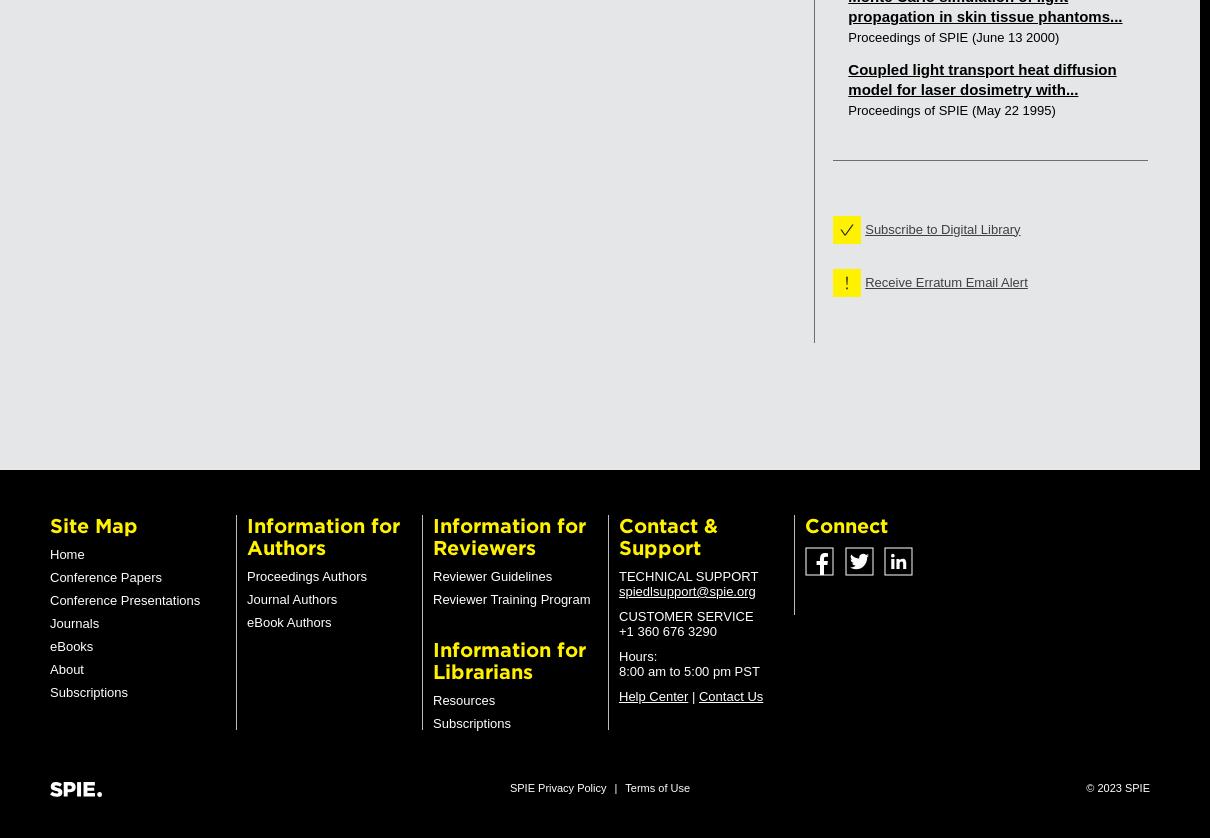 This screenshot has height=838, width=1210. Describe the element at coordinates (687, 670) in the screenshot. I see `'8:00 am to 5:00 pm PST'` at that location.